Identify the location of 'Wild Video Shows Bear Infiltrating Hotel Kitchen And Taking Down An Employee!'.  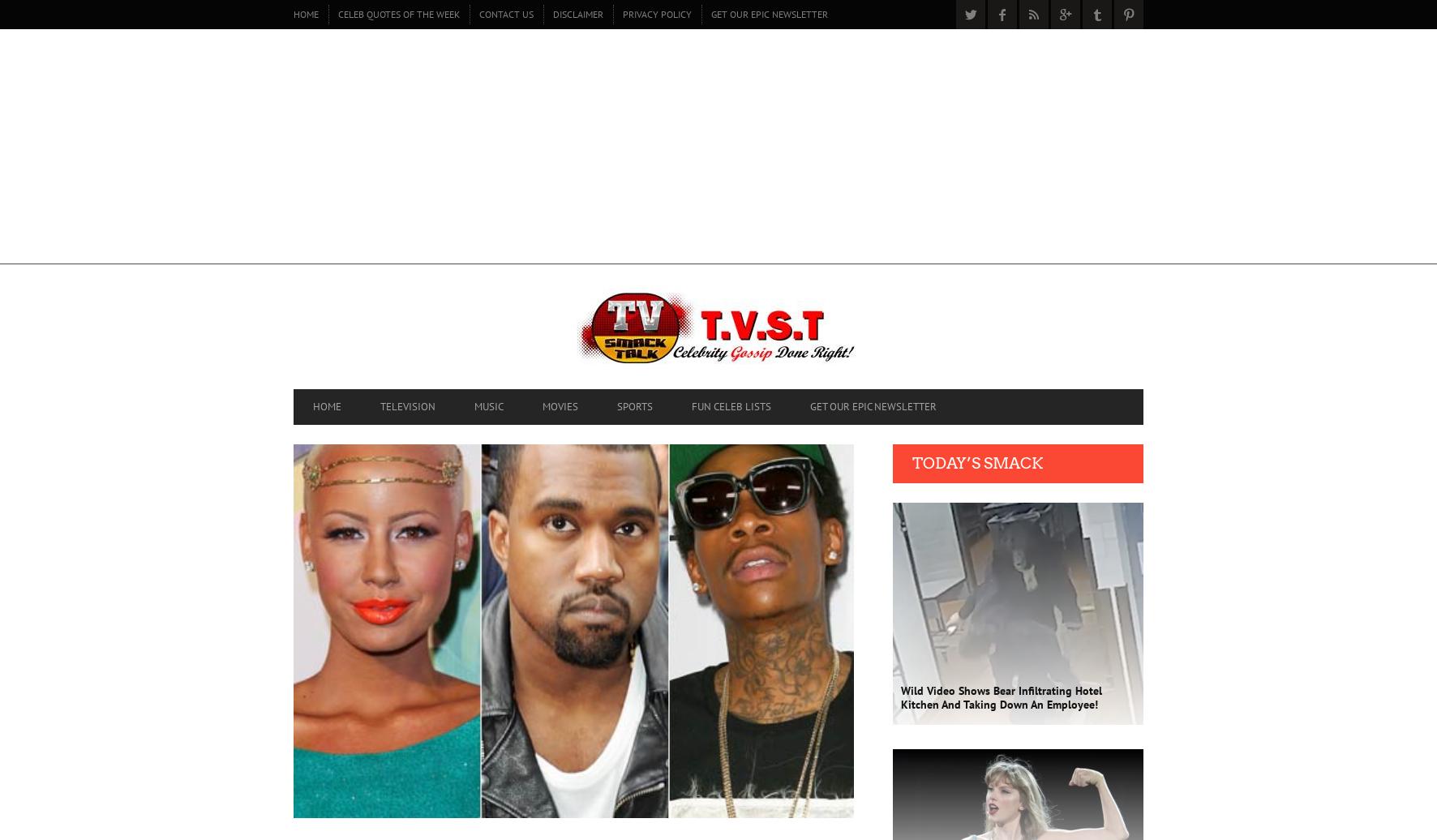
(1001, 696).